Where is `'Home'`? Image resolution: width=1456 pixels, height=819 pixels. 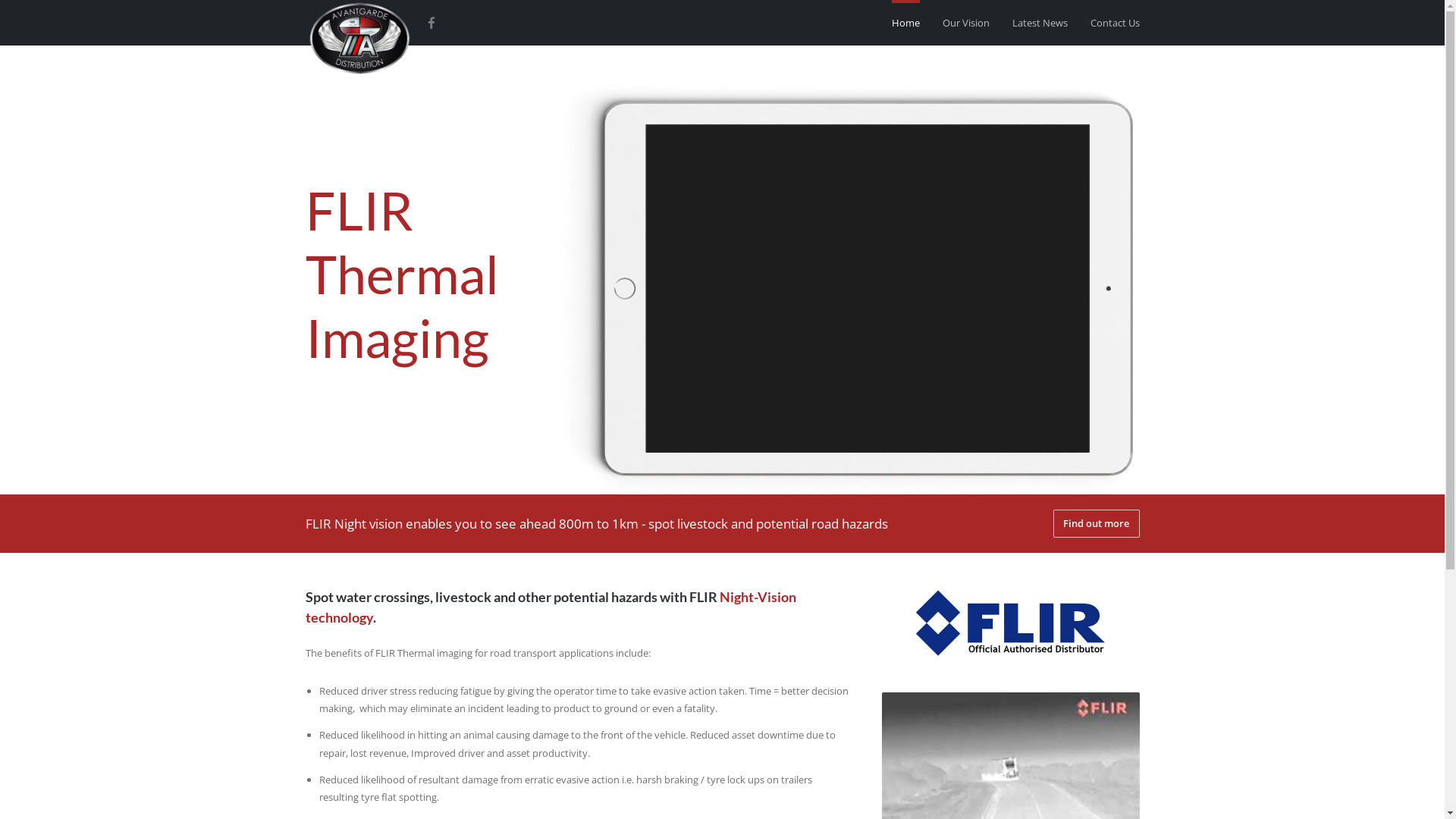
'Home' is located at coordinates (905, 23).